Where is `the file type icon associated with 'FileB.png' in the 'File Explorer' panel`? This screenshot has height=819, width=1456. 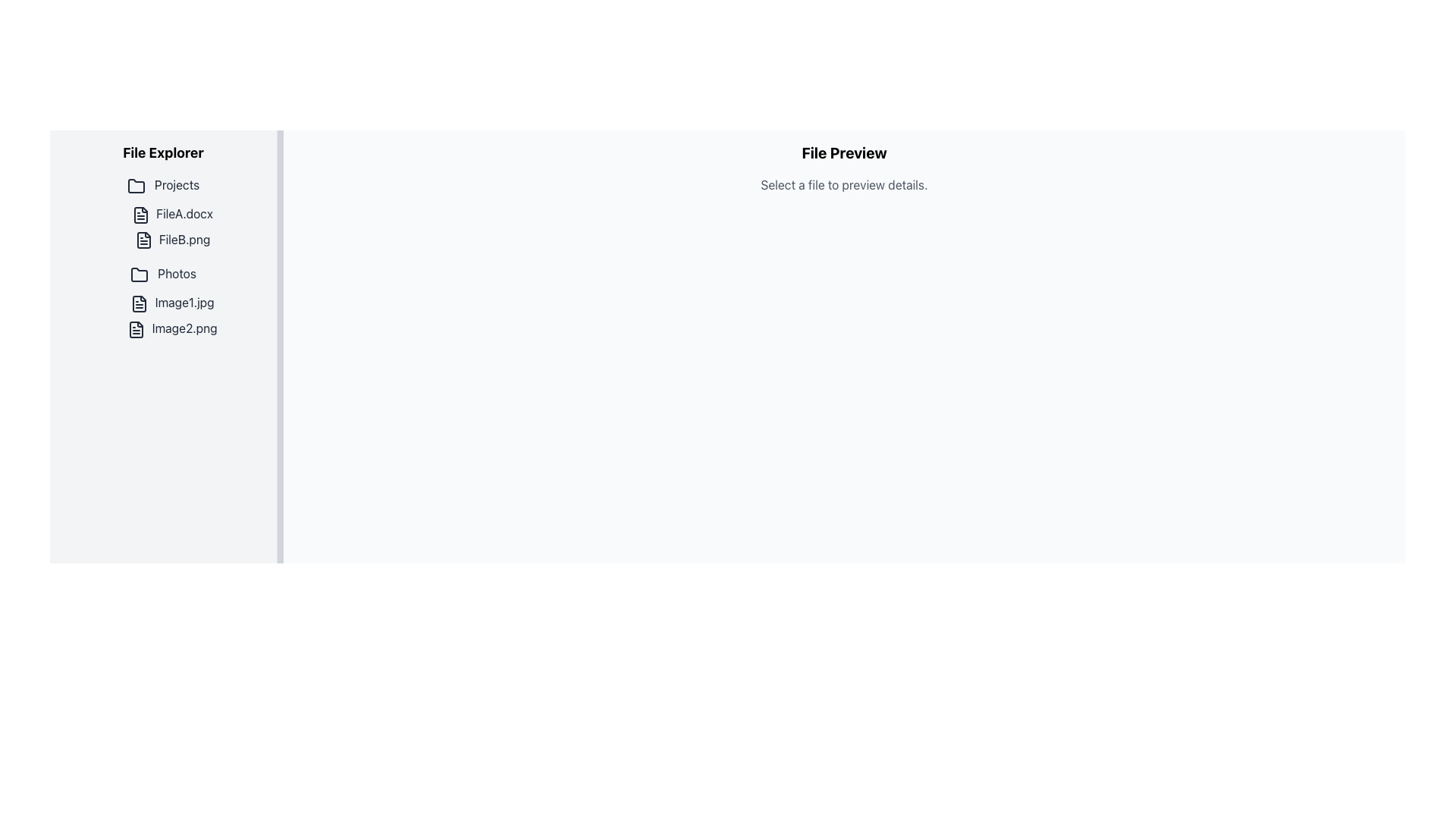 the file type icon associated with 'FileB.png' in the 'File Explorer' panel is located at coordinates (143, 240).